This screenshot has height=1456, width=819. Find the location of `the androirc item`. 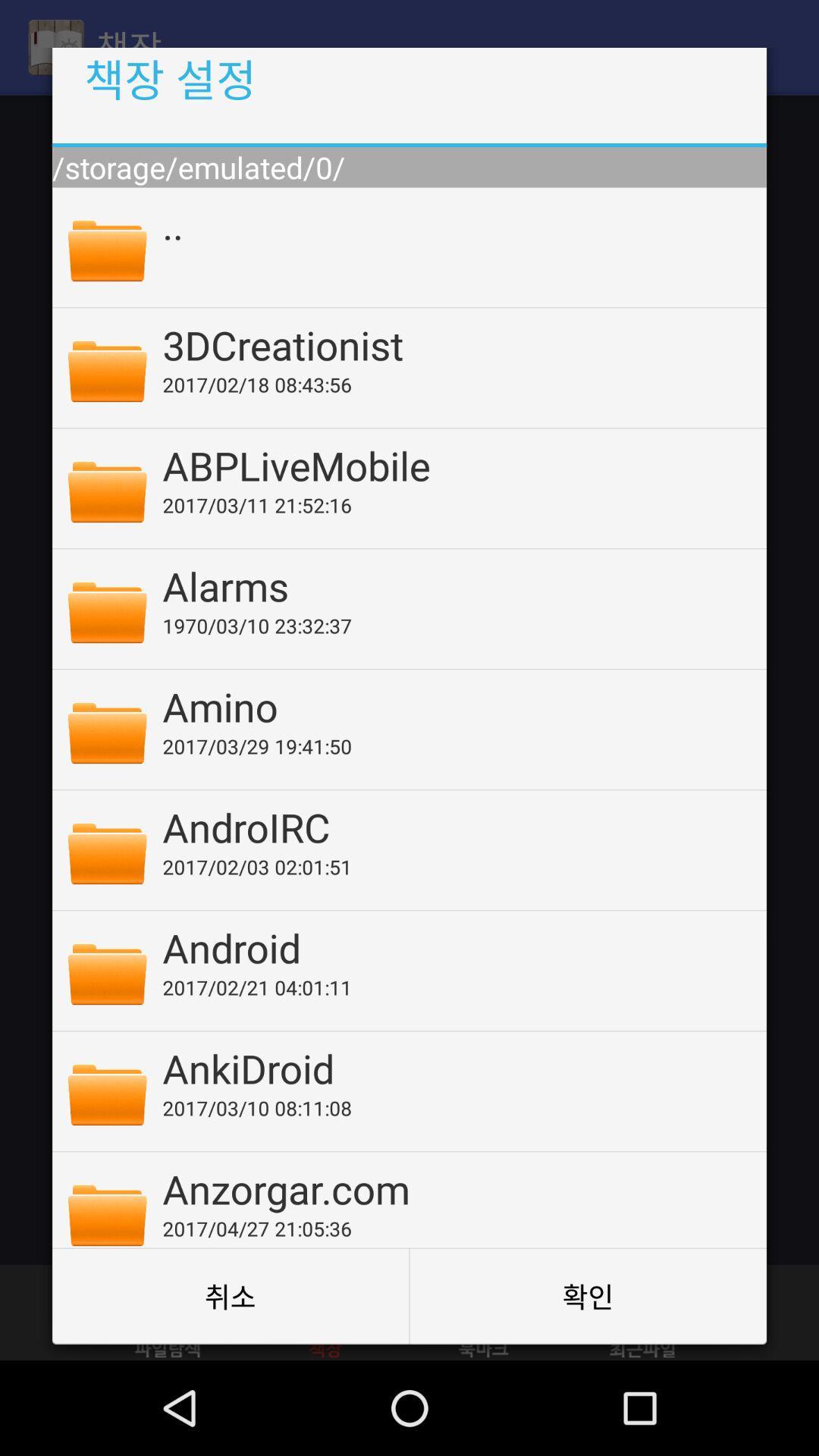

the androirc item is located at coordinates (453, 826).